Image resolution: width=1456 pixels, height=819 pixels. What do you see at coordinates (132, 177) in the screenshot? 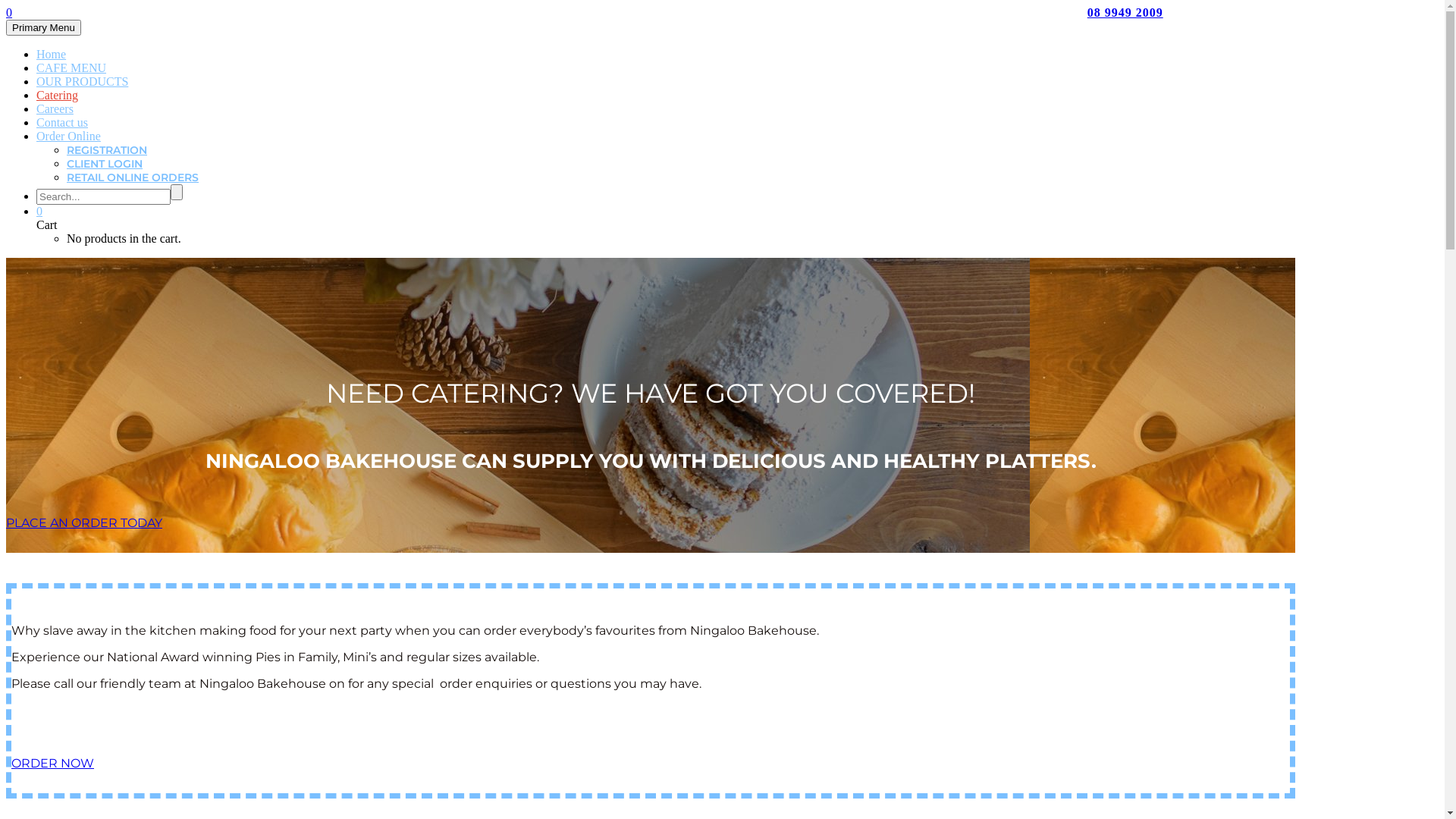
I see `'RETAIL ONLINE ORDERS'` at bounding box center [132, 177].